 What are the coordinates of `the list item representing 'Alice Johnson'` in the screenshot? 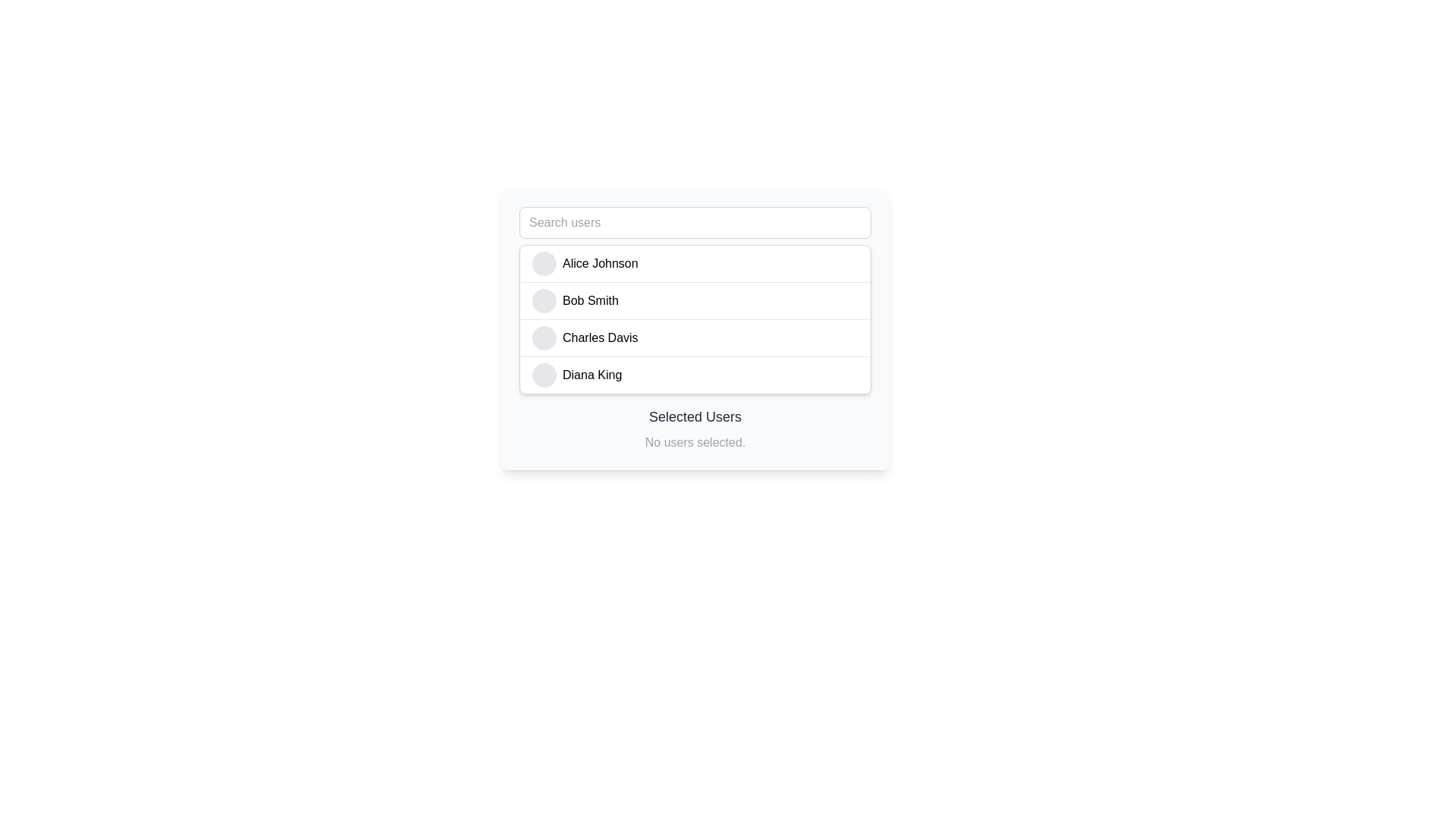 It's located at (694, 262).